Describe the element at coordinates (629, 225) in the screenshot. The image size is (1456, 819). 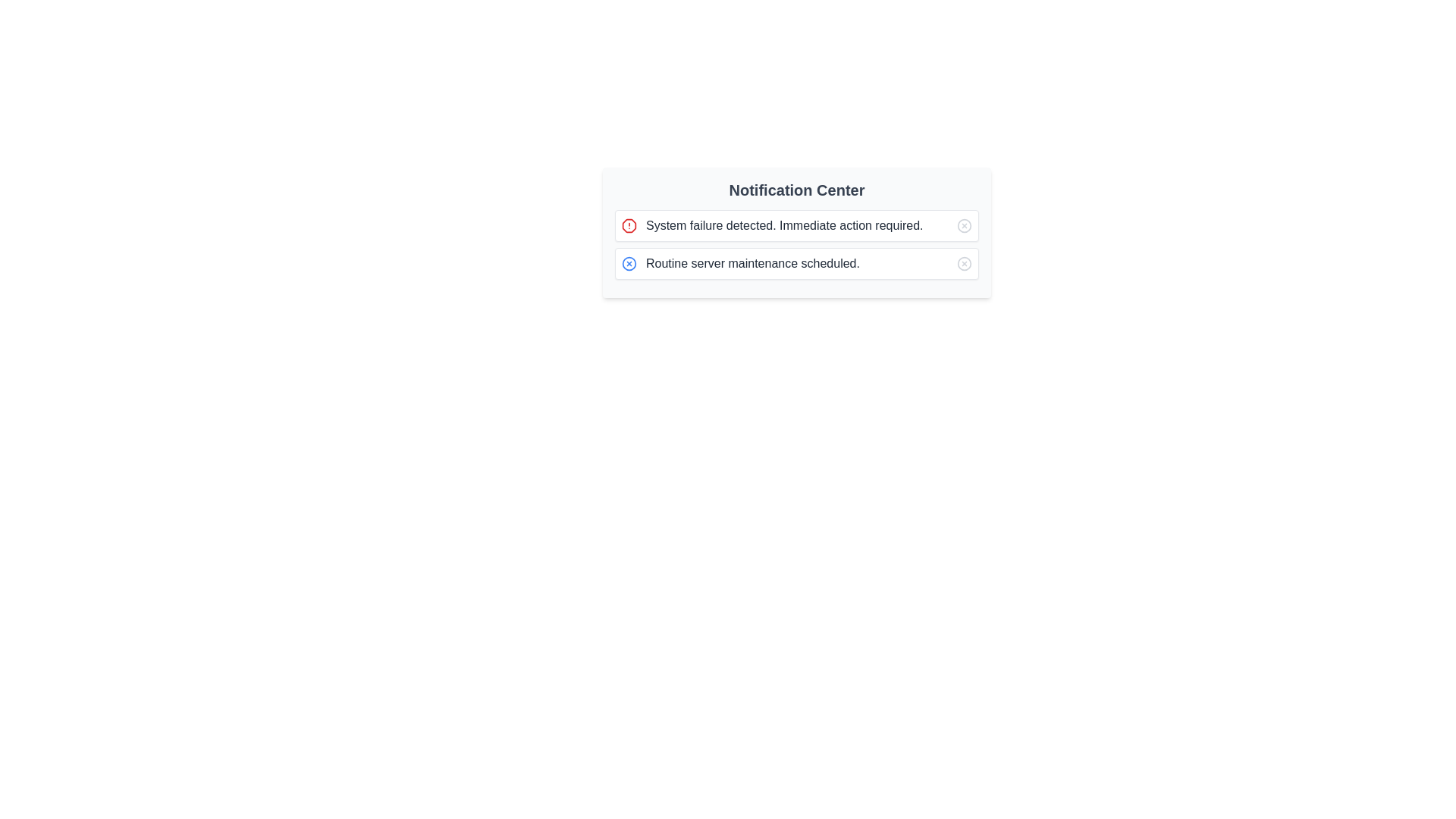
I see `the alert icon located to the left of the text 'System failure detected. Immediate action required' in the Notification Center` at that location.